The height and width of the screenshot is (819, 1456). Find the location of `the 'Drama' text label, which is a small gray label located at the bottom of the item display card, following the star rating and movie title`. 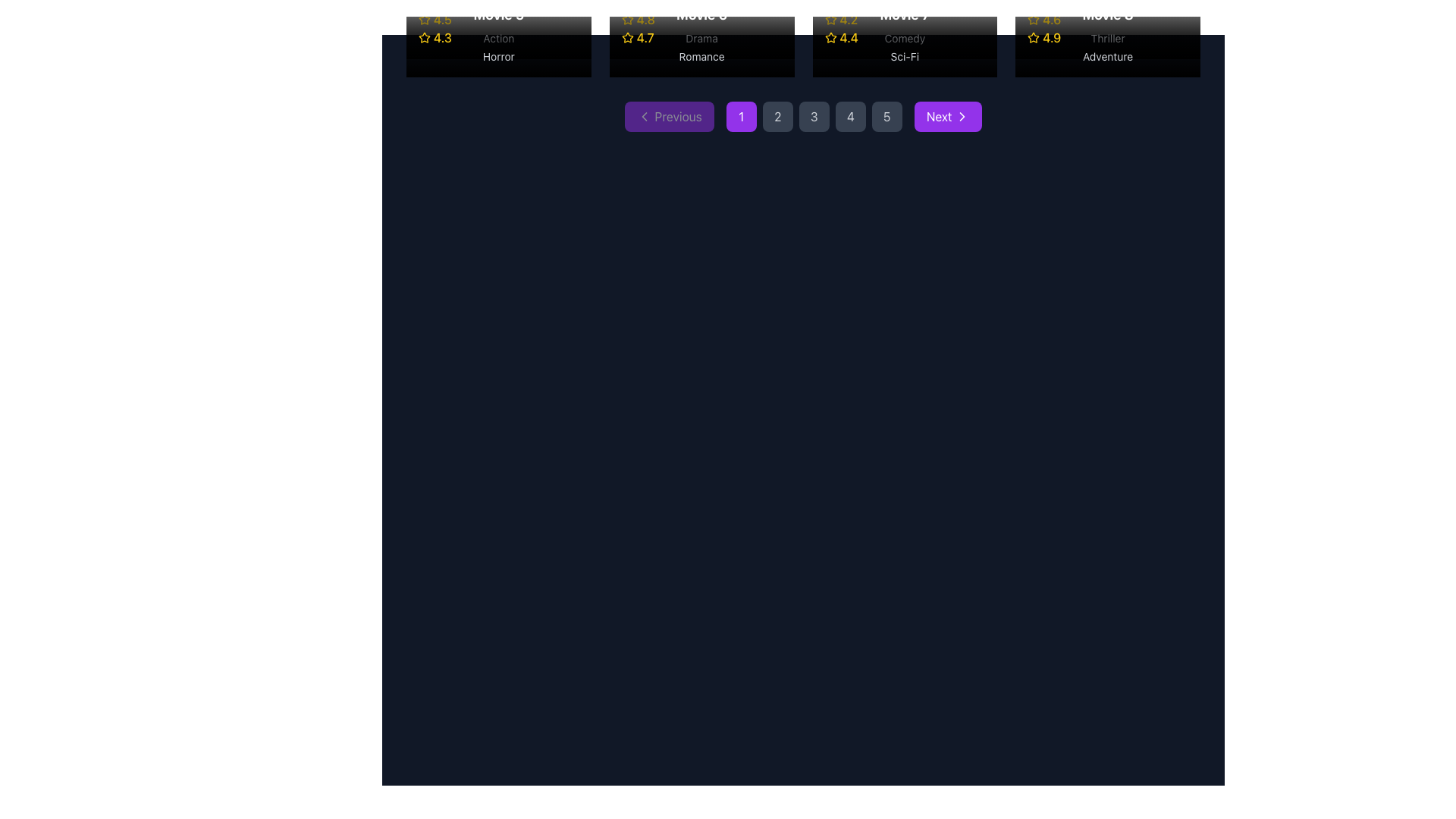

the 'Drama' text label, which is a small gray label located at the bottom of the item display card, following the star rating and movie title is located at coordinates (701, 37).